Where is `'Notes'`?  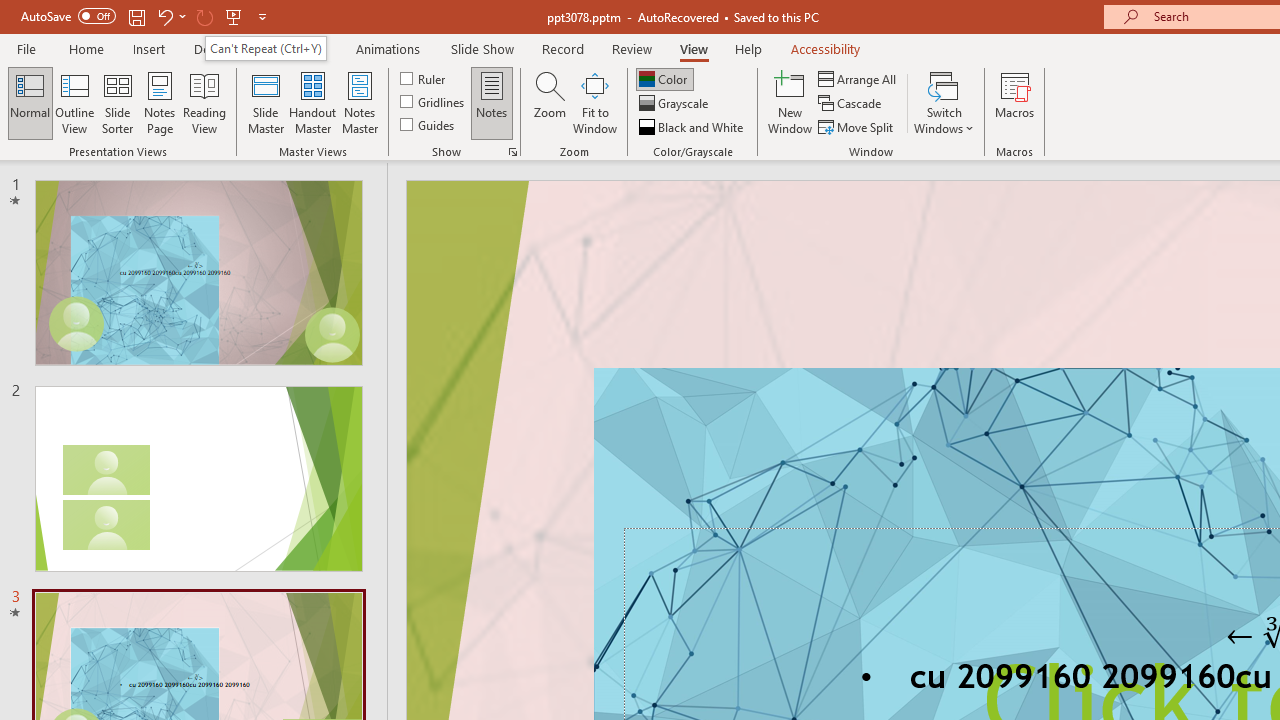 'Notes' is located at coordinates (492, 103).